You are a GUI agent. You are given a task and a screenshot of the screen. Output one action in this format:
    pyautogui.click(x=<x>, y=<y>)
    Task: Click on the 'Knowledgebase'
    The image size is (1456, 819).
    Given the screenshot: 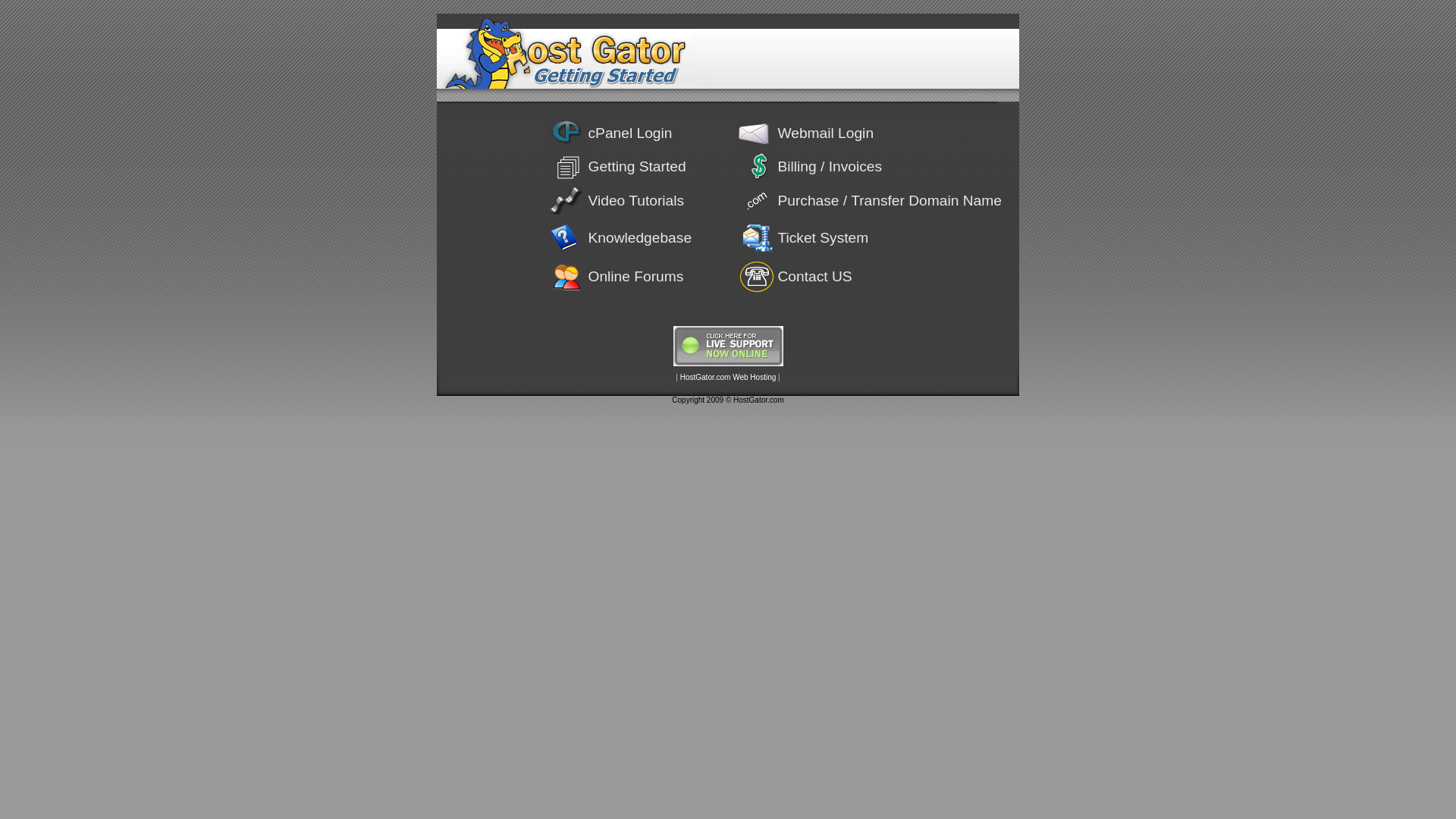 What is the action you would take?
    pyautogui.click(x=588, y=237)
    